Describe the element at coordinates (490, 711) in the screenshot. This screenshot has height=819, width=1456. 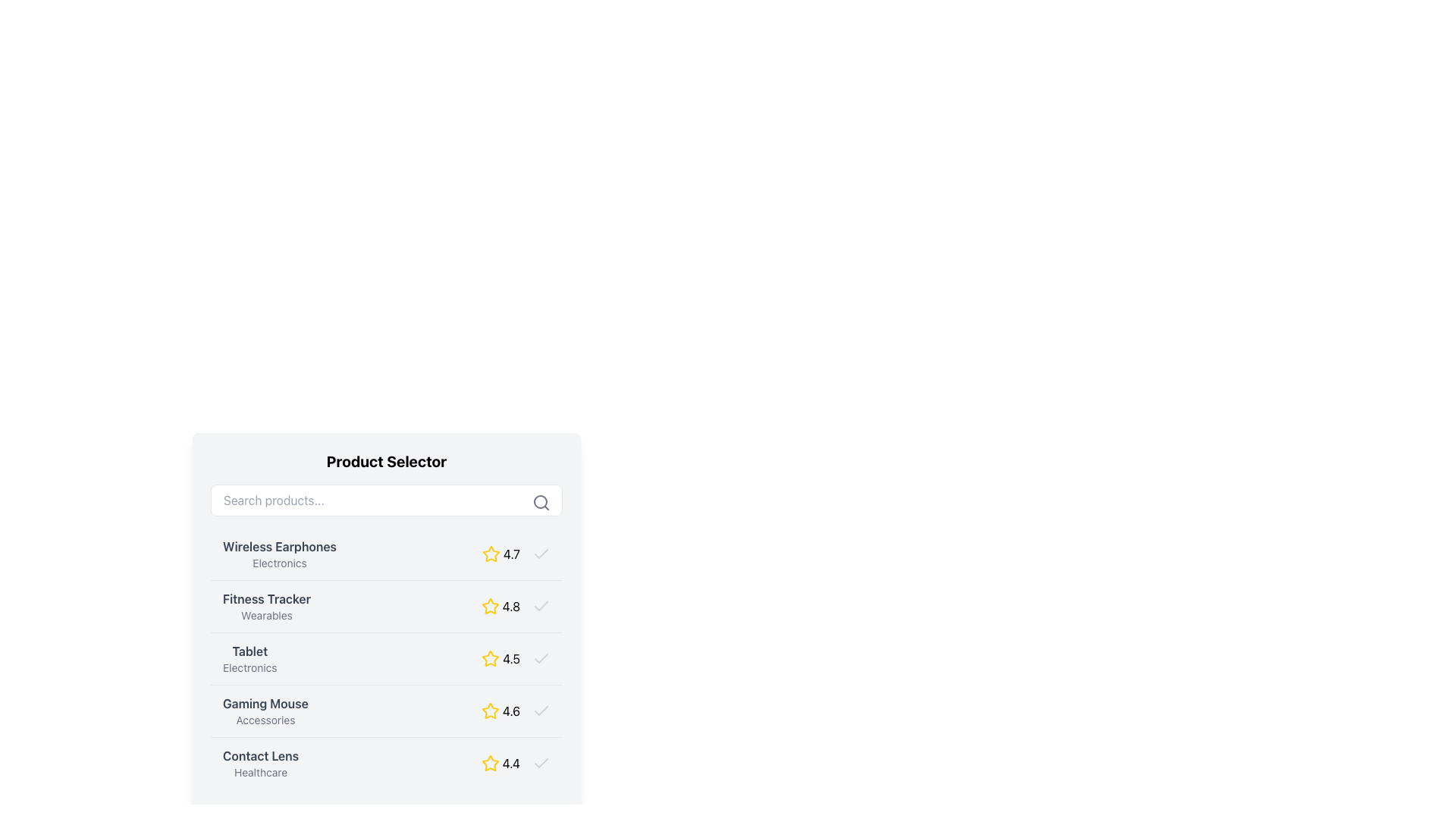
I see `the star icon representing the rating score for the 'Gaming Mouse' product, located in the rating section as the fourth item in the vertical list, aligned to the left of the rating number '4.6'` at that location.